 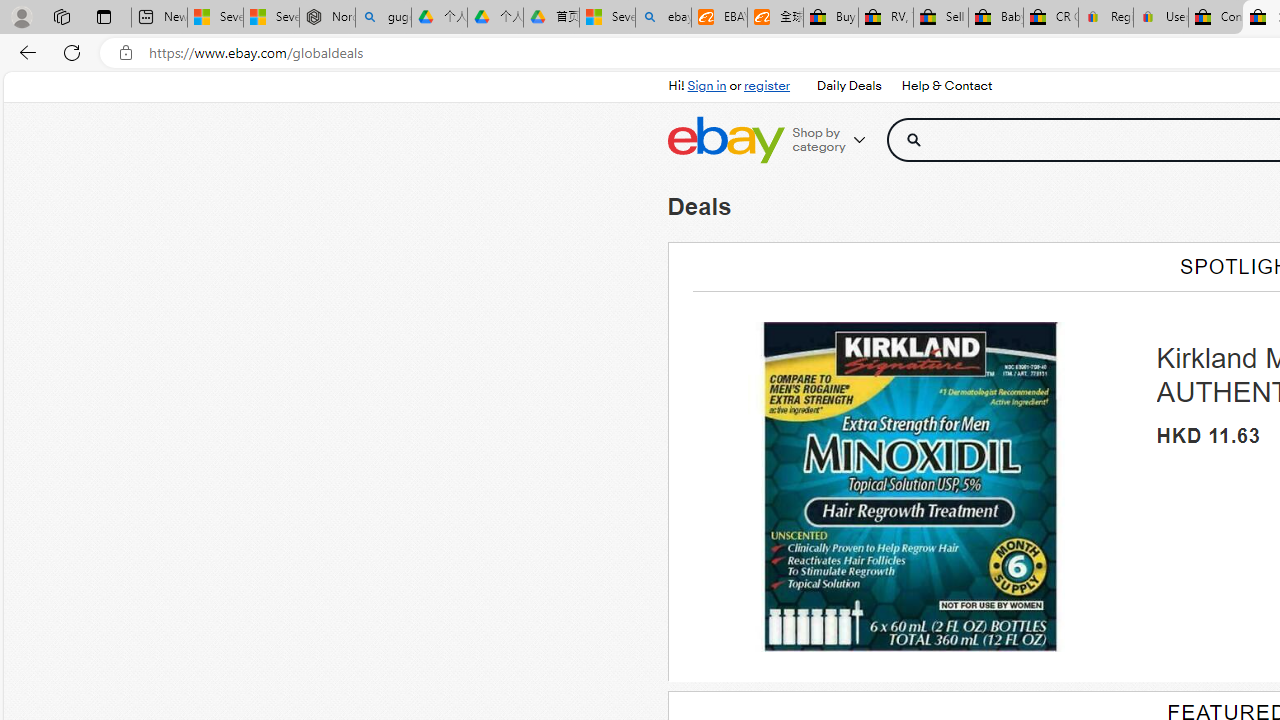 What do you see at coordinates (849, 86) in the screenshot?
I see `'Daily Deals'` at bounding box center [849, 86].